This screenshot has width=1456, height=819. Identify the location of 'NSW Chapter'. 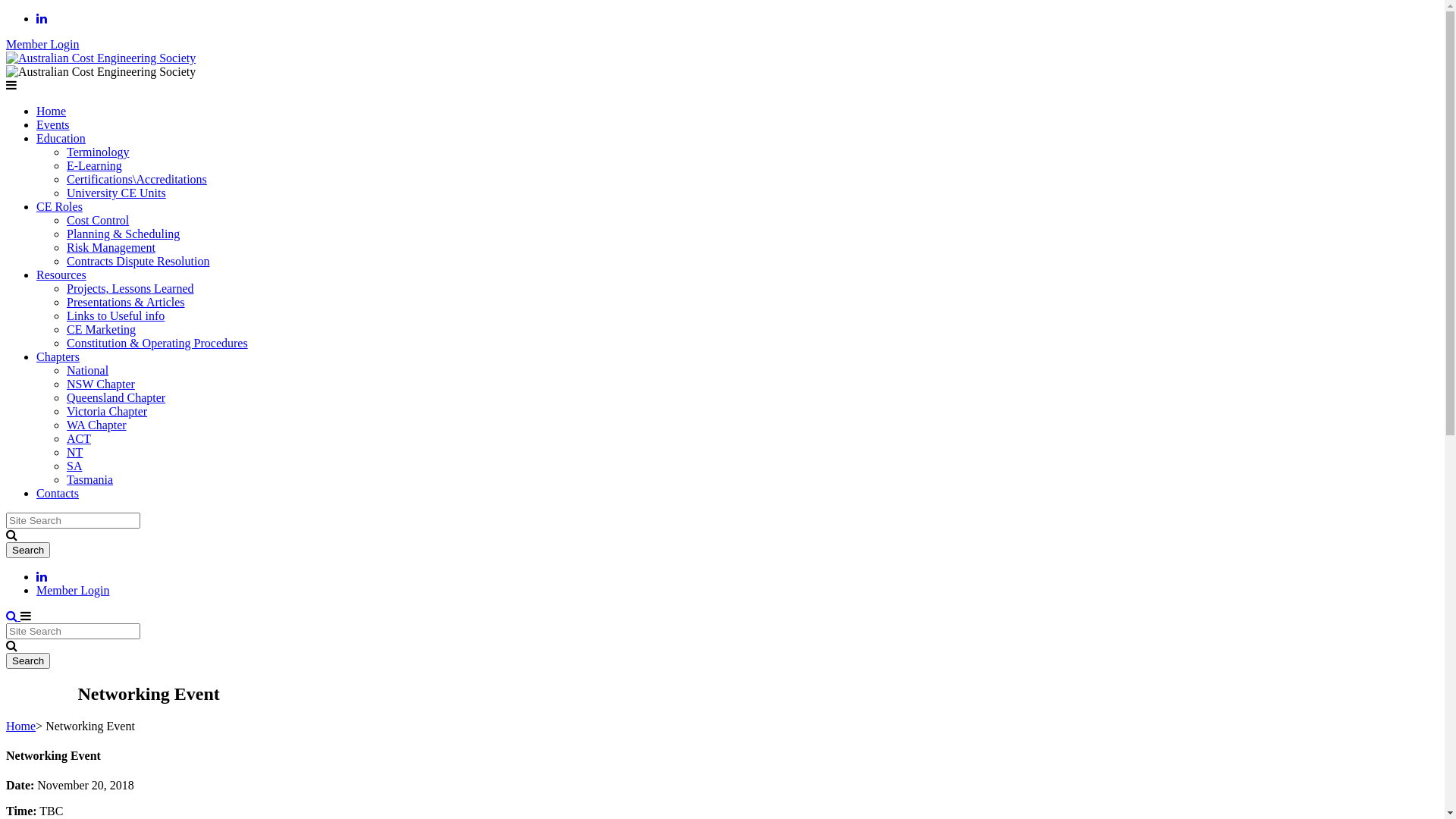
(100, 383).